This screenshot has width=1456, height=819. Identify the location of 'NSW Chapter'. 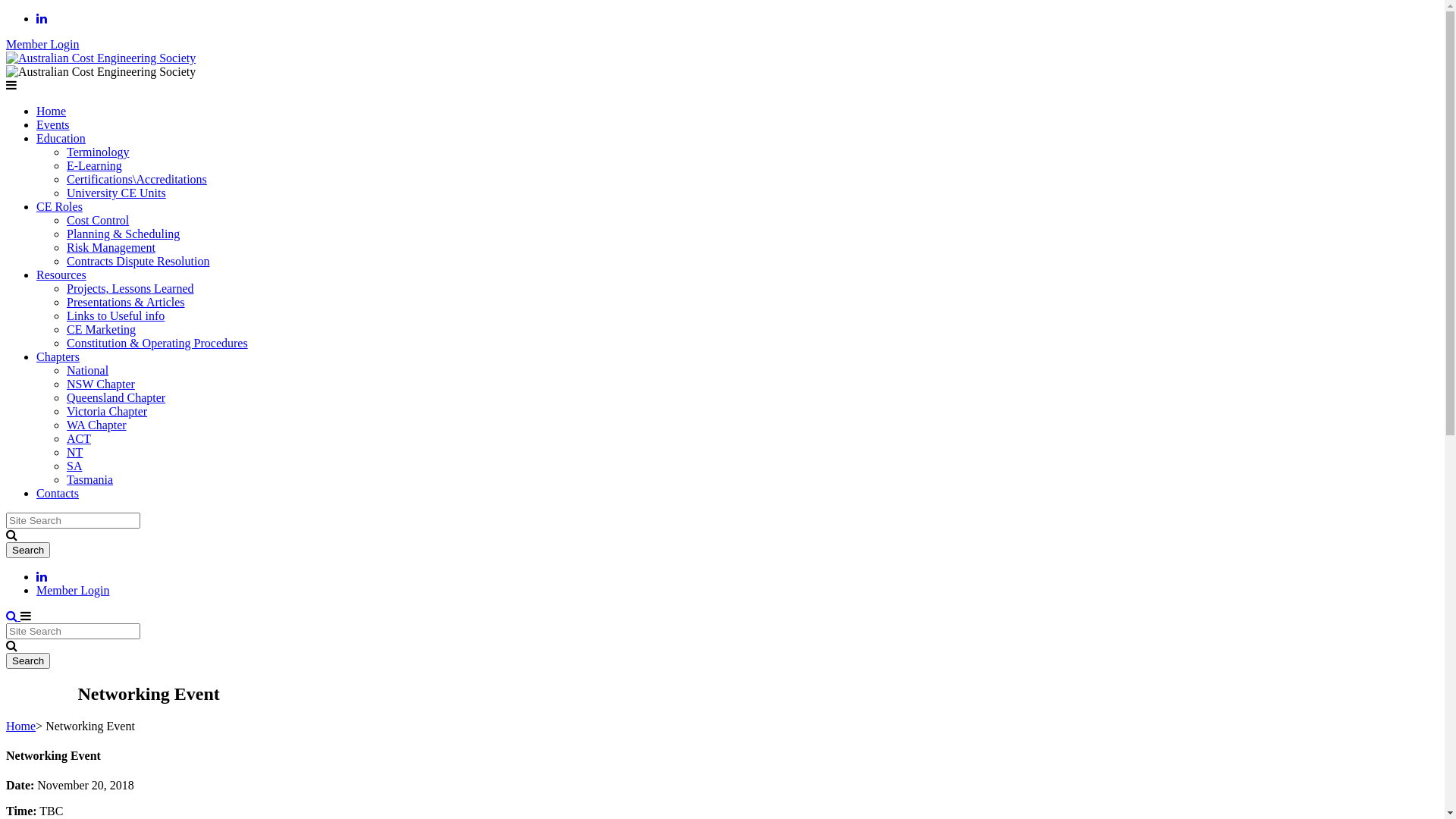
(100, 383).